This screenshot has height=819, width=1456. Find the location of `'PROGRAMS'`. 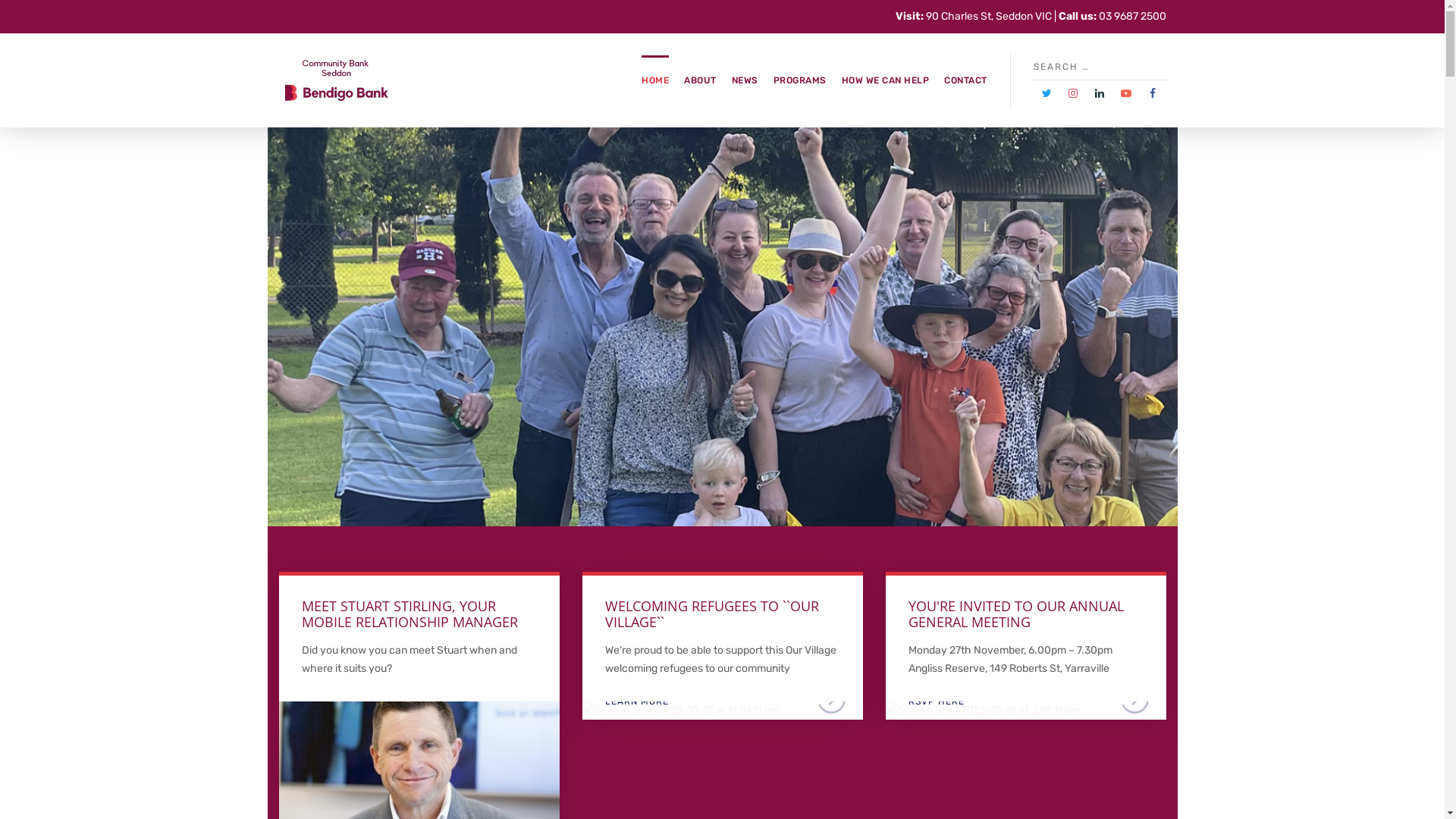

'PROGRAMS' is located at coordinates (799, 80).